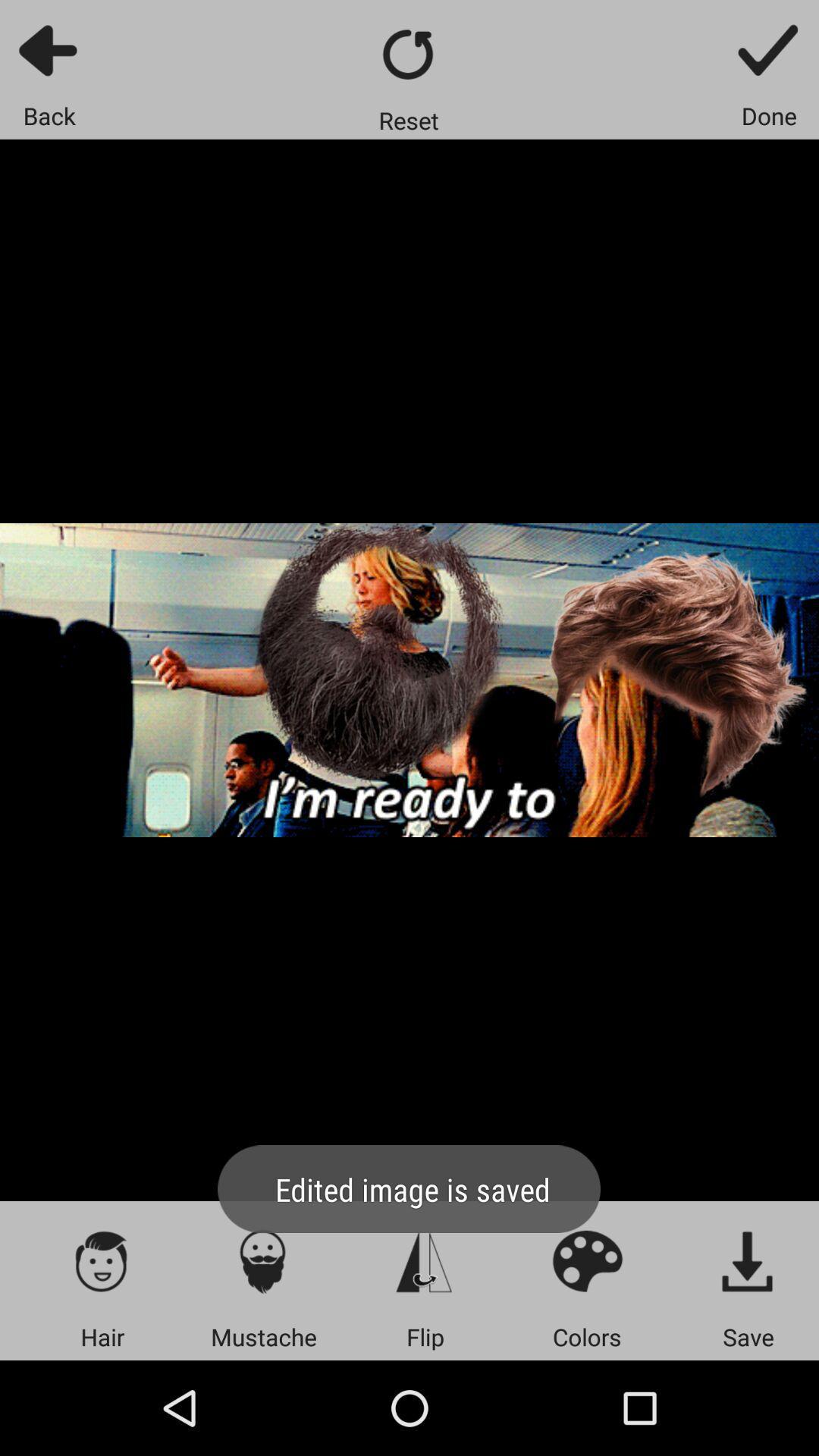 This screenshot has width=819, height=1456. Describe the element at coordinates (102, 1260) in the screenshot. I see `hair` at that location.